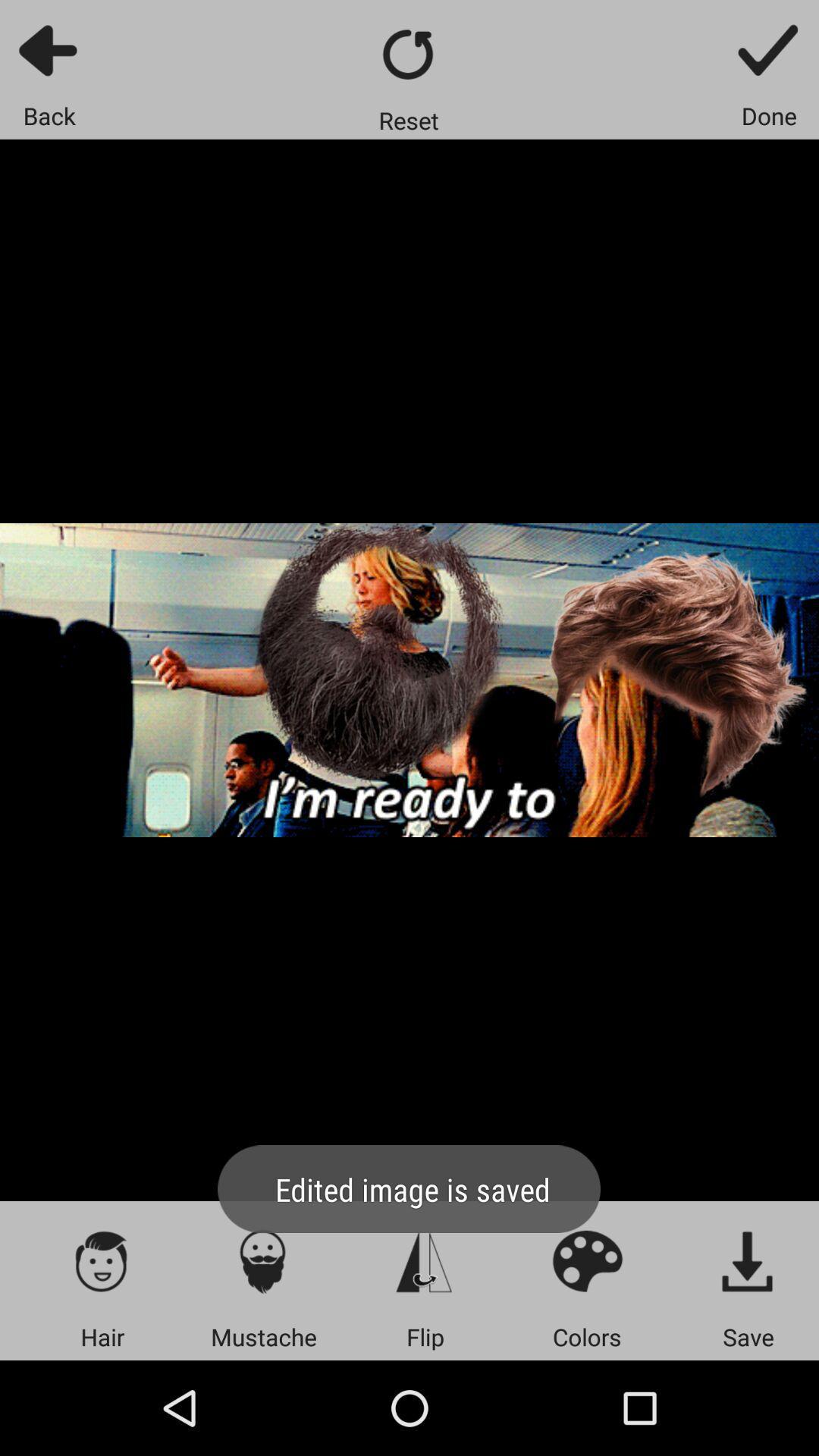 This screenshot has width=819, height=1456. Describe the element at coordinates (102, 1260) in the screenshot. I see `hair` at that location.